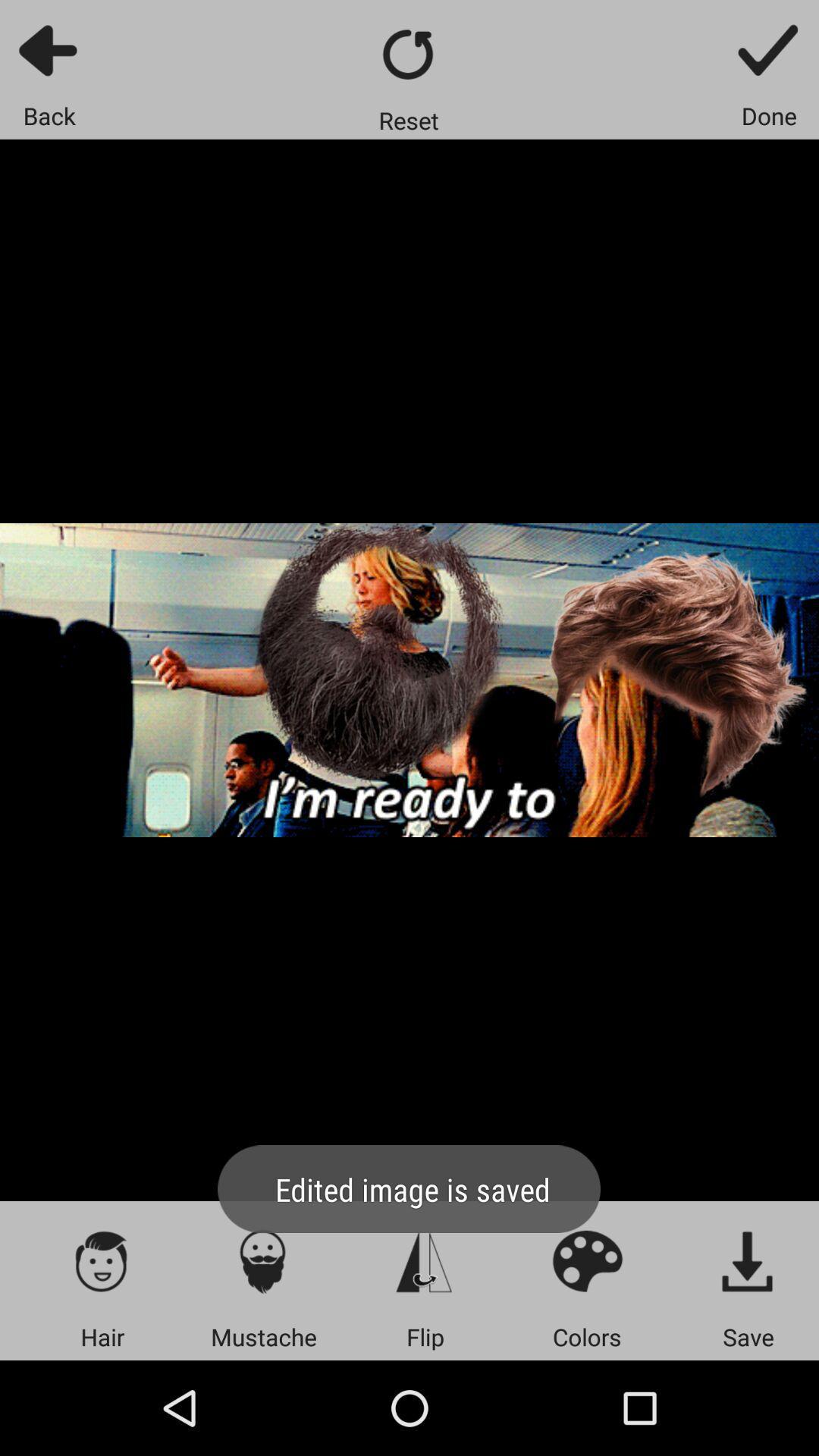 This screenshot has width=819, height=1456. Describe the element at coordinates (102, 1260) in the screenshot. I see `hair` at that location.